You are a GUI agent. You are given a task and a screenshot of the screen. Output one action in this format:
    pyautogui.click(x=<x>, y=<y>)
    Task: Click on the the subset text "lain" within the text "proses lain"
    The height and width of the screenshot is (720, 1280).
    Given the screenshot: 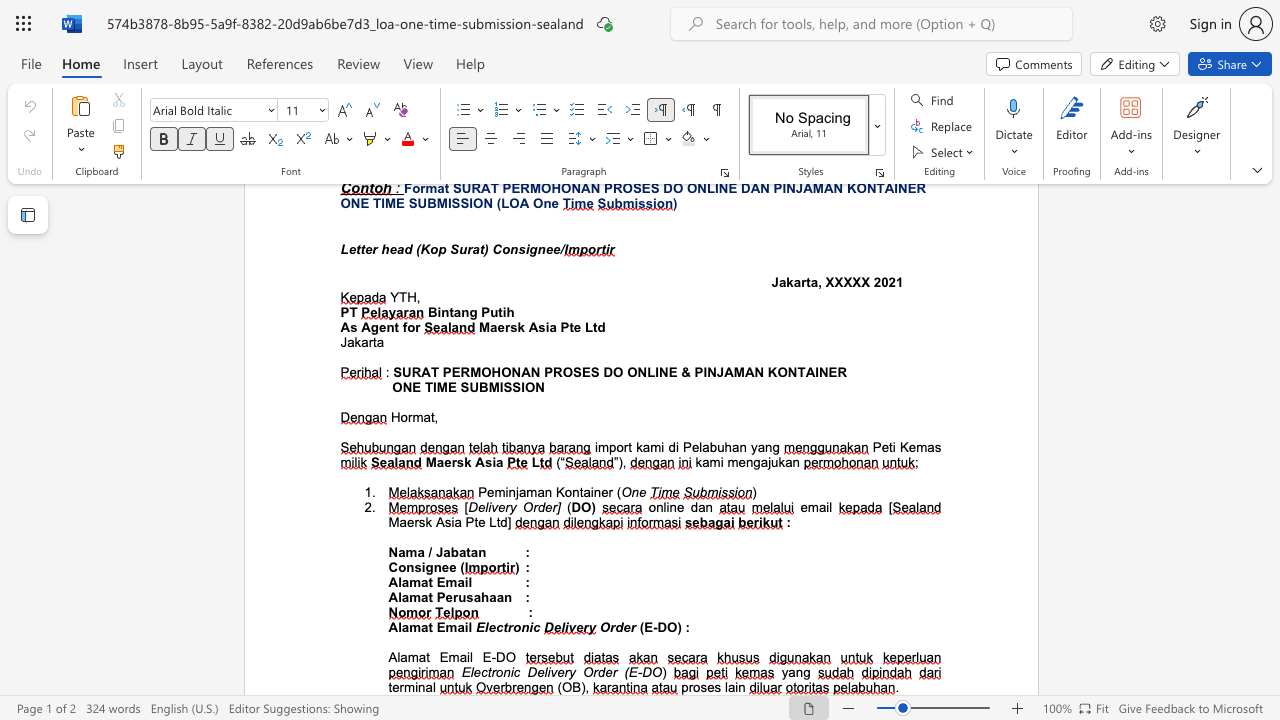 What is the action you would take?
    pyautogui.click(x=723, y=686)
    